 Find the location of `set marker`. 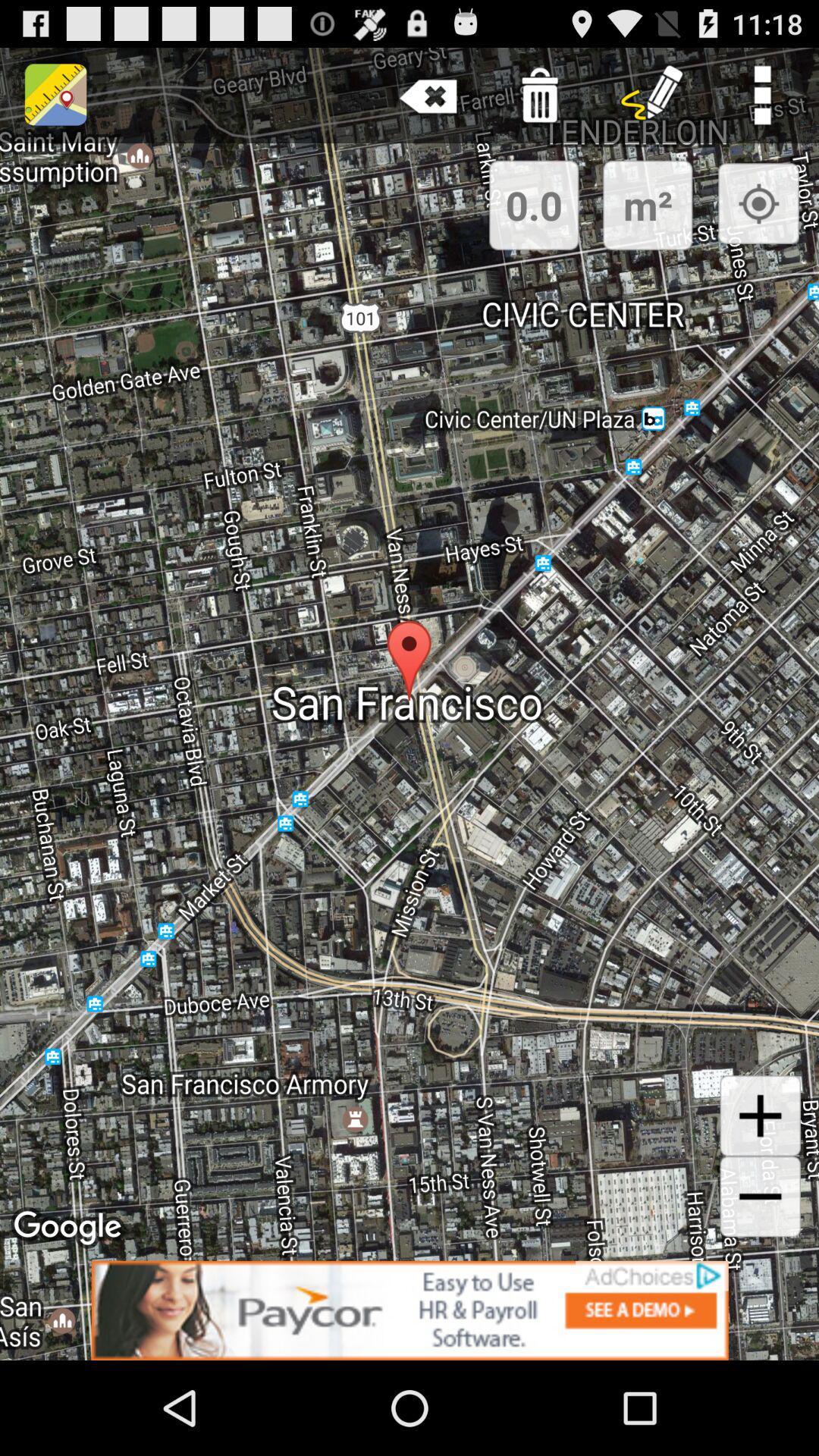

set marker is located at coordinates (758, 202).